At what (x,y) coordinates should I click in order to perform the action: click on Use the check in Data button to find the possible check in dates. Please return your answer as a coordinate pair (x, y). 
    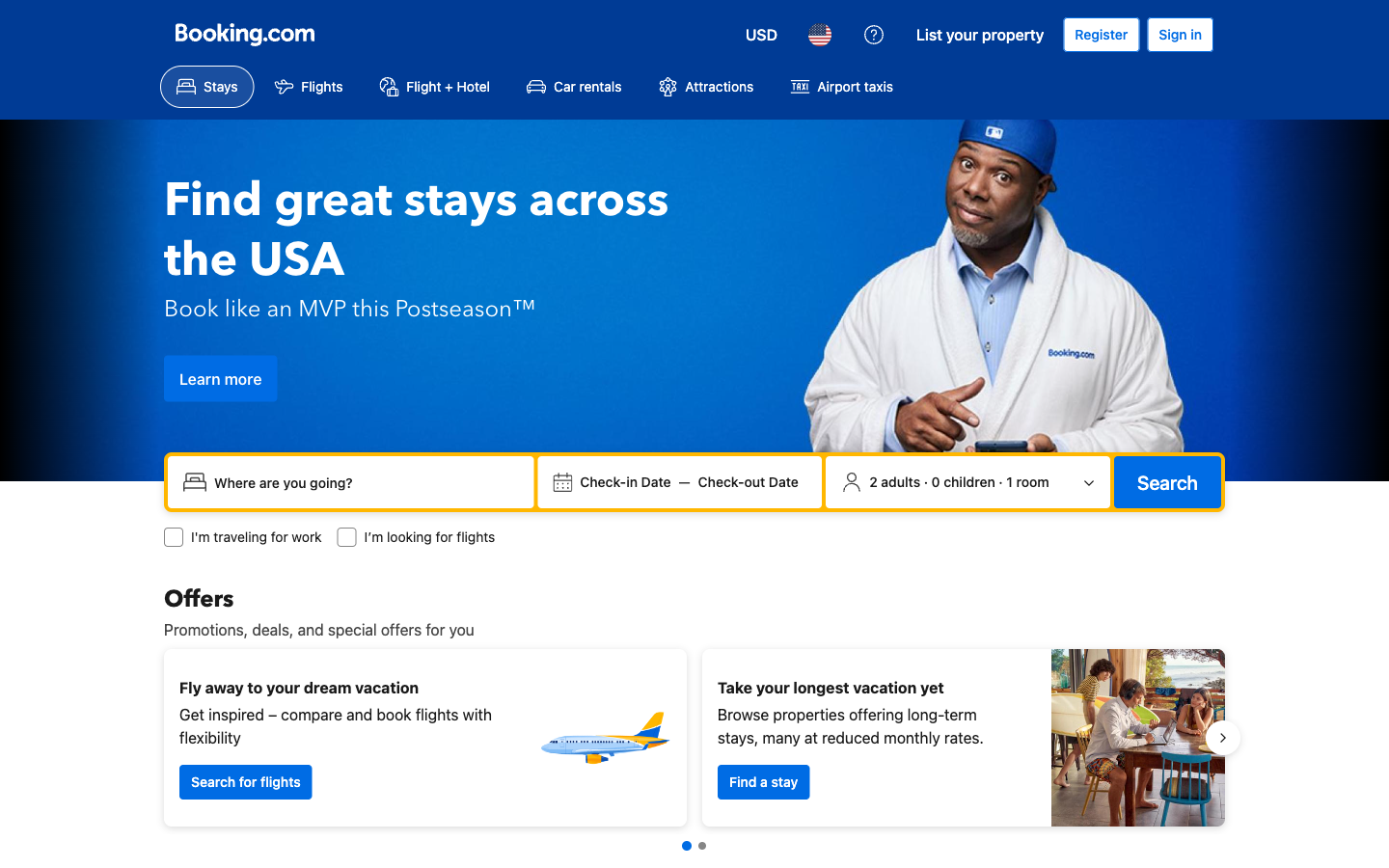
    Looking at the image, I should click on (624, 481).